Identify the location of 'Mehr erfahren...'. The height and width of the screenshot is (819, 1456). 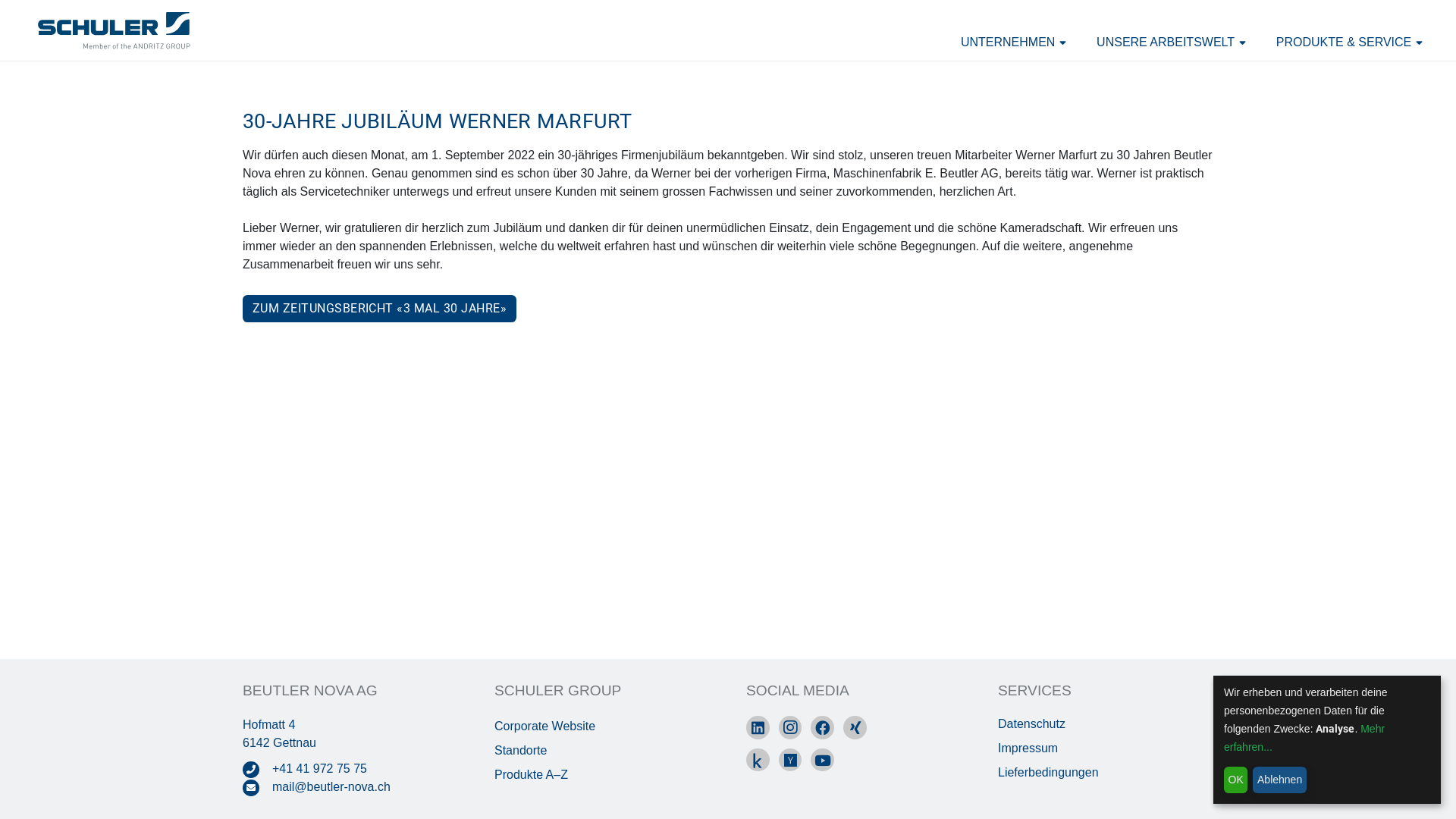
(1303, 736).